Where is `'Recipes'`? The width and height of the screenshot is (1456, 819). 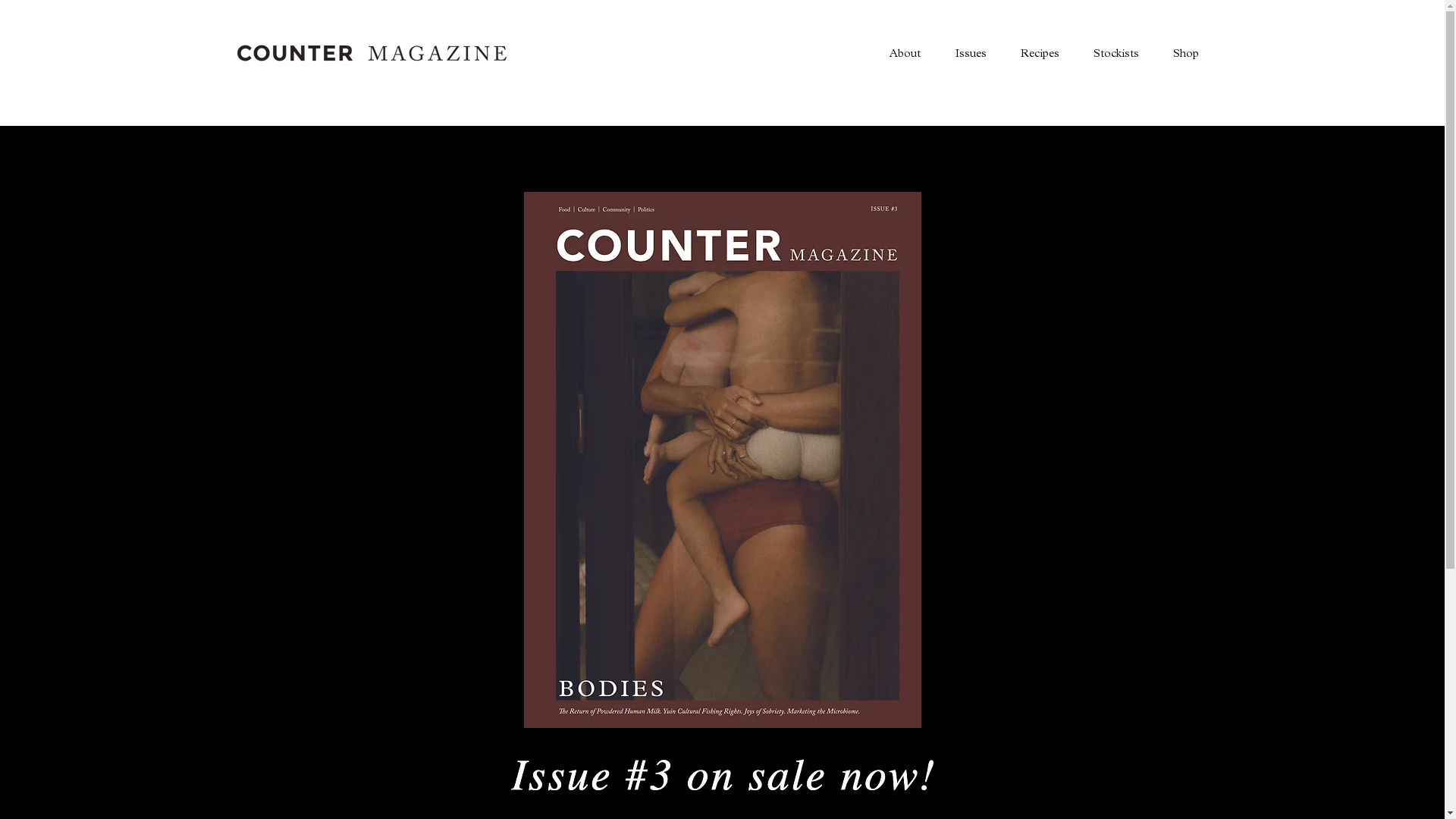
'Recipes' is located at coordinates (1037, 52).